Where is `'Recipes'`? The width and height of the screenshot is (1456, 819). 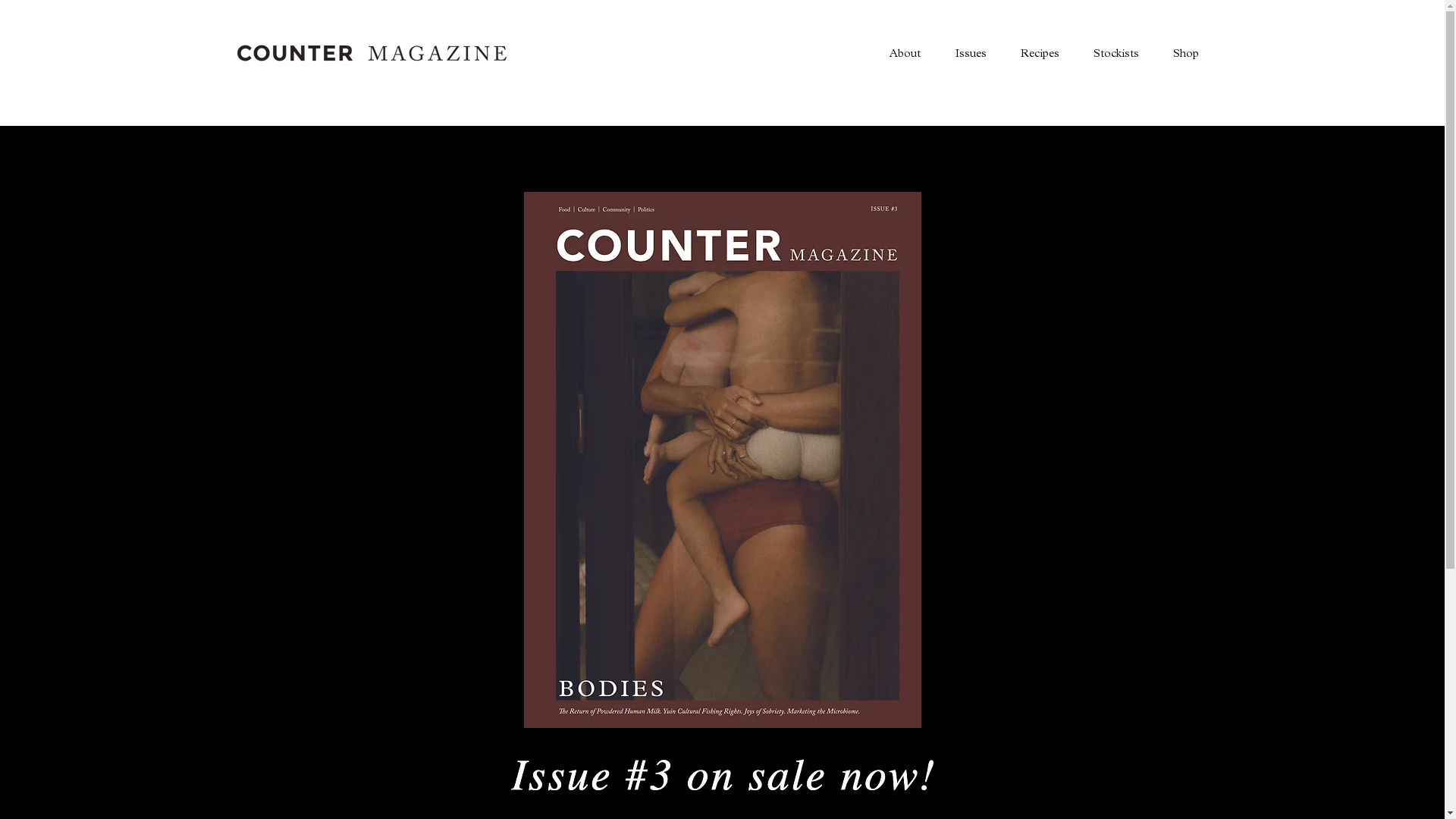
'Recipes' is located at coordinates (1037, 52).